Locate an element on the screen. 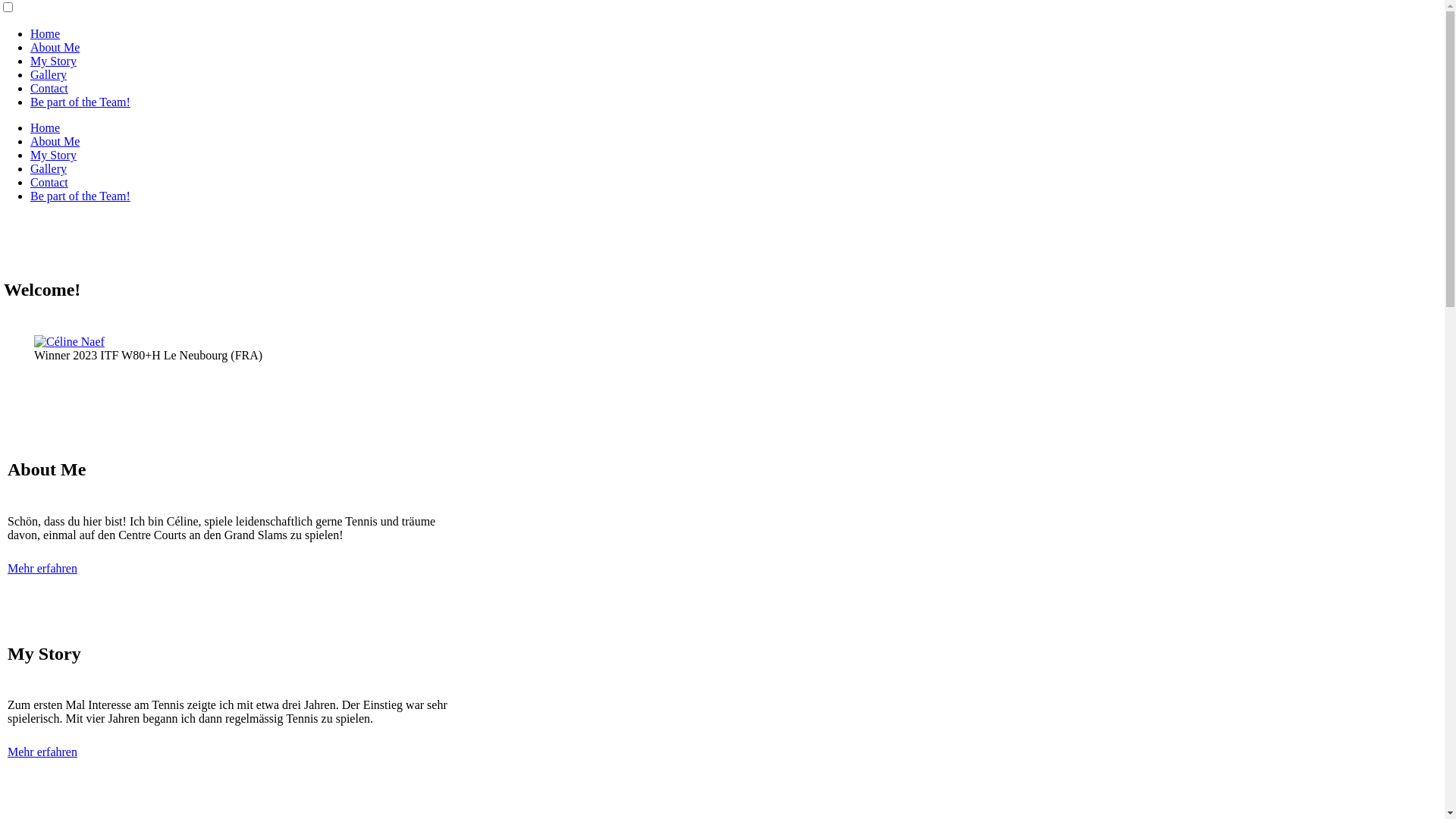  'Gallery' is located at coordinates (48, 168).